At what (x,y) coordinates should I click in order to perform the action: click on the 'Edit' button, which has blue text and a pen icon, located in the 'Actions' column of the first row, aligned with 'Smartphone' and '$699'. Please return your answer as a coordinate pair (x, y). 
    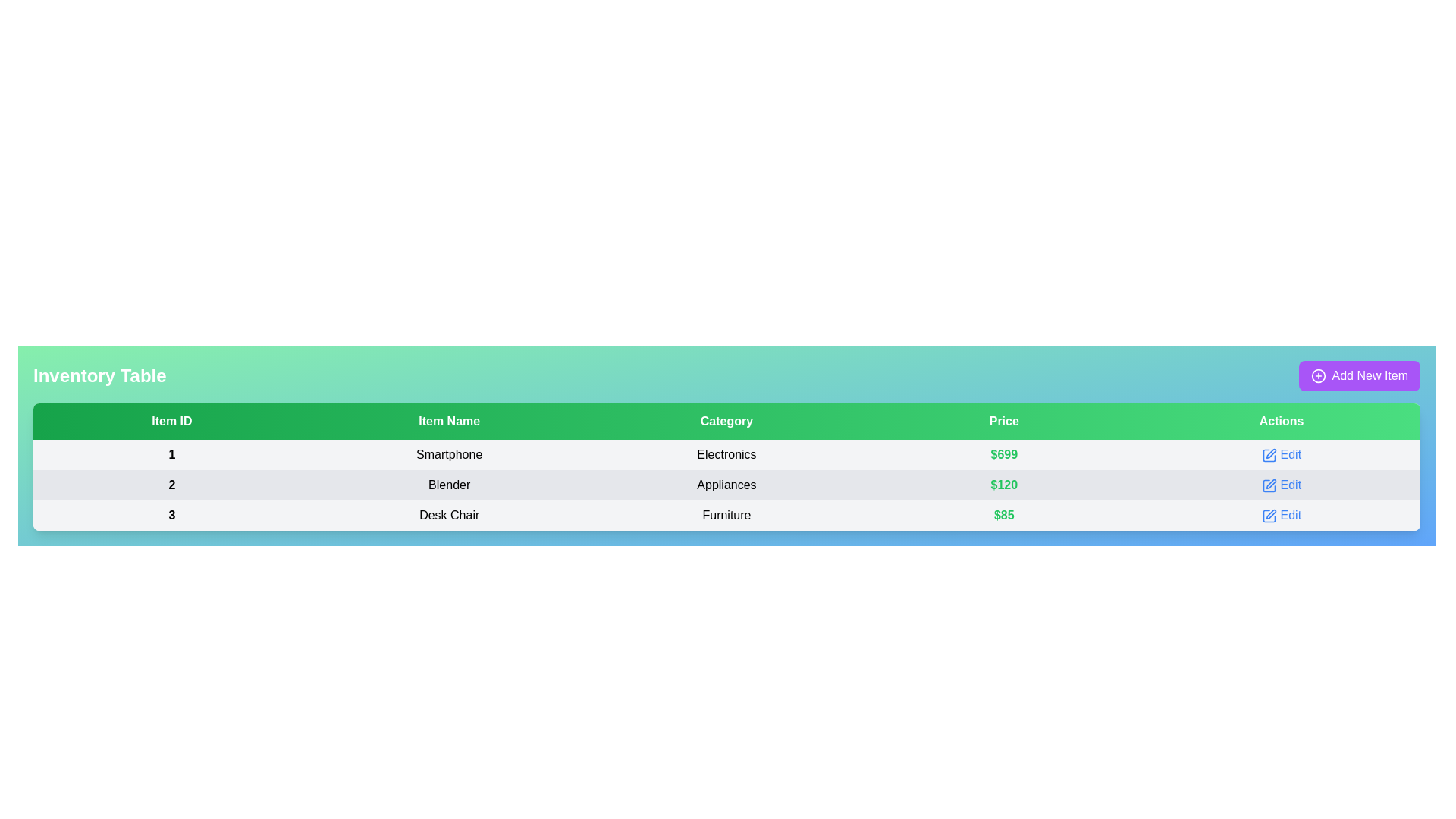
    Looking at the image, I should click on (1281, 454).